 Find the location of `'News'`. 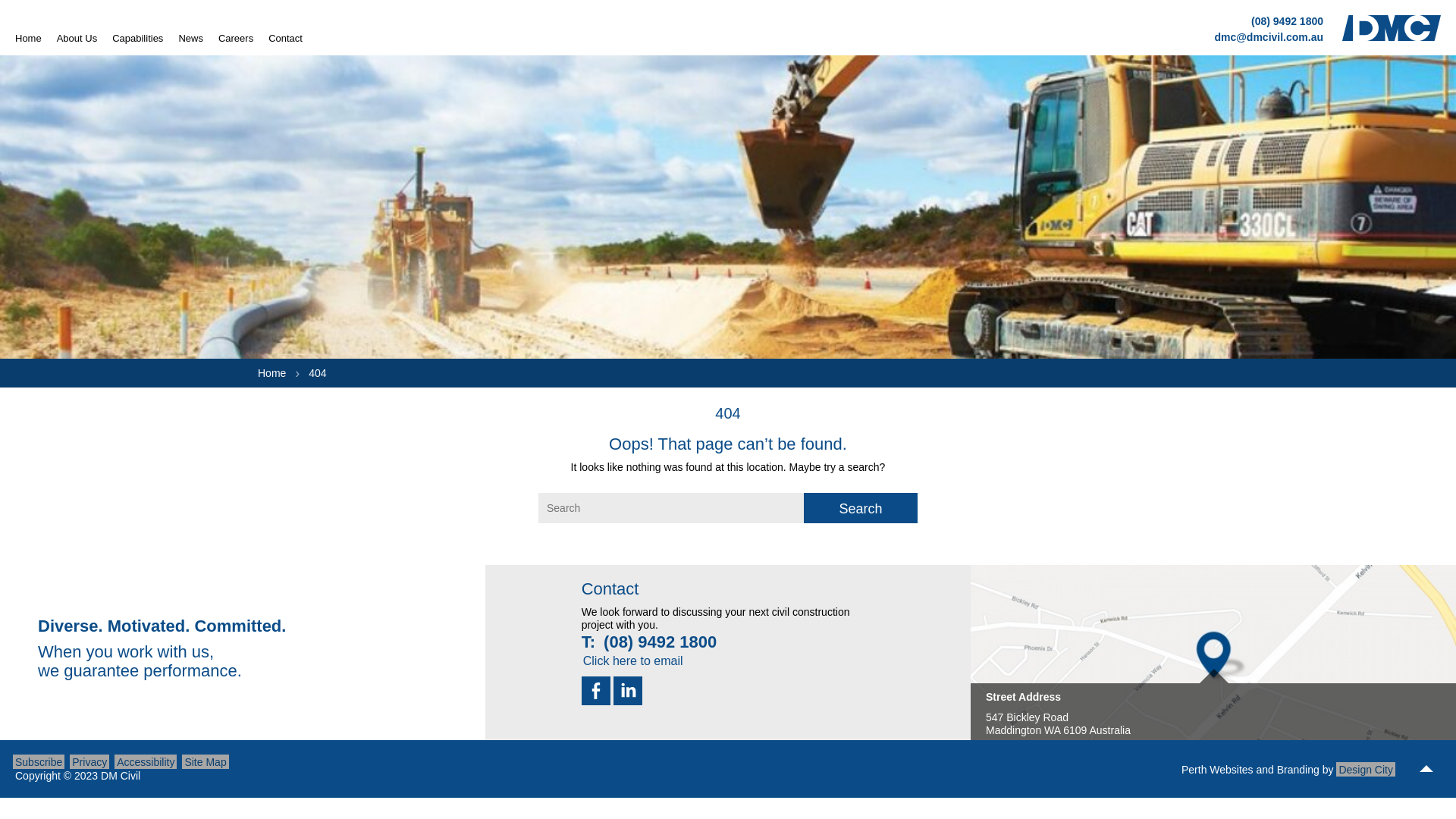

'News' is located at coordinates (190, 37).